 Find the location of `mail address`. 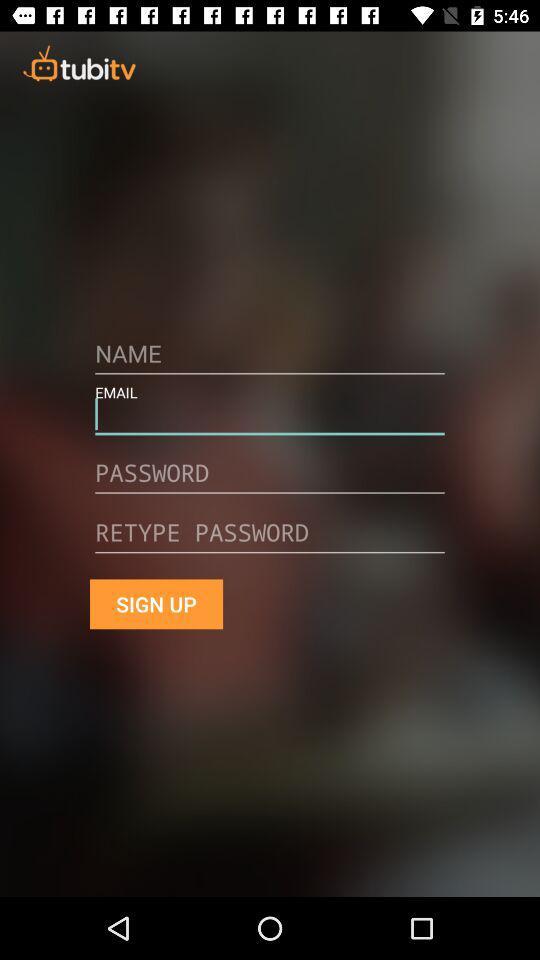

mail address is located at coordinates (270, 539).